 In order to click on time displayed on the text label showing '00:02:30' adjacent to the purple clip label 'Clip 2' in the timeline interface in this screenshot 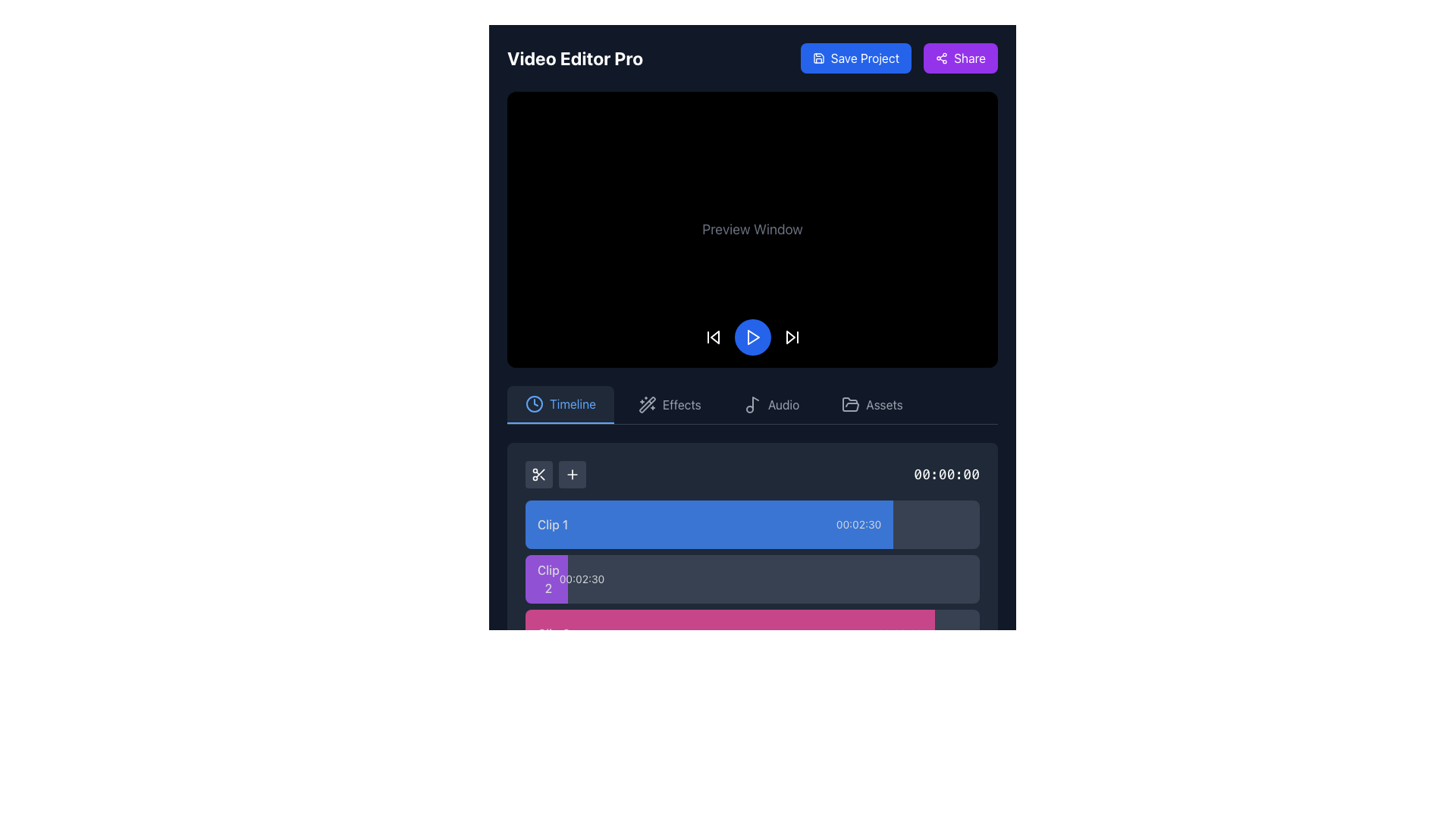, I will do `click(581, 579)`.